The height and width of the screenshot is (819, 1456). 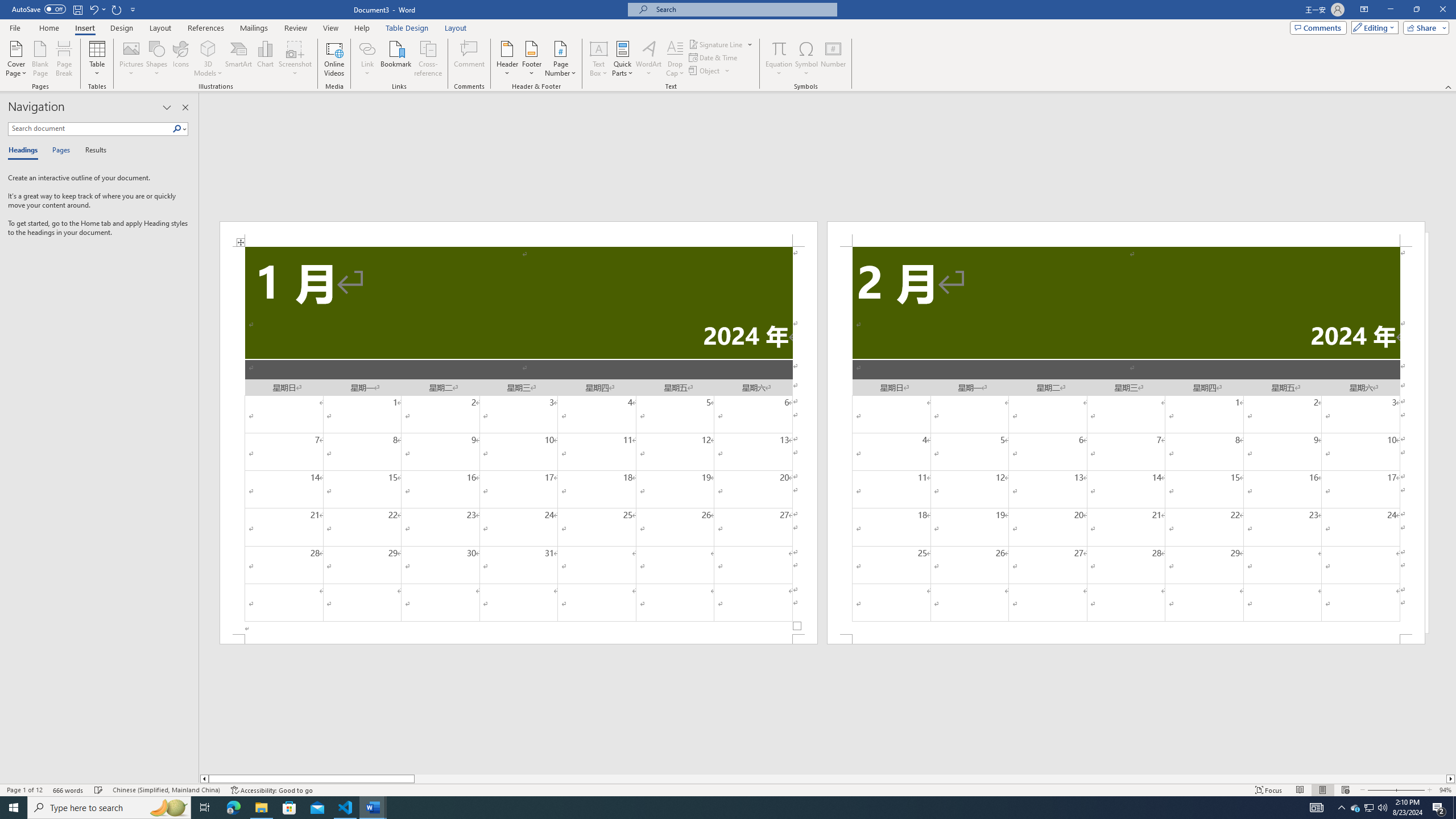 I want to click on 'Collapse the Ribbon', so click(x=1449, y=87).